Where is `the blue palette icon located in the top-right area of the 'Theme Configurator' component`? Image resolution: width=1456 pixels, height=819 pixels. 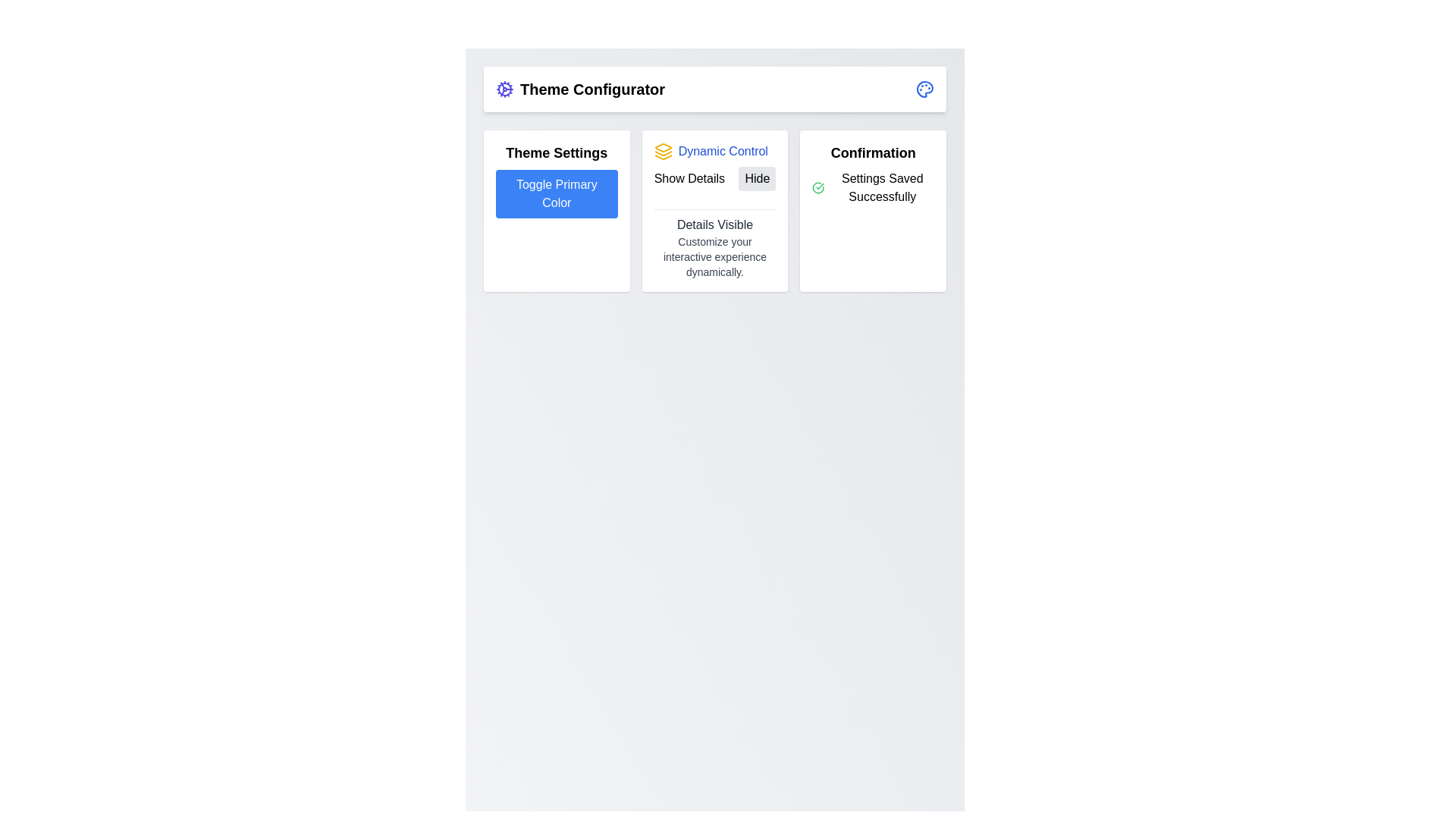 the blue palette icon located in the top-right area of the 'Theme Configurator' component is located at coordinates (924, 89).